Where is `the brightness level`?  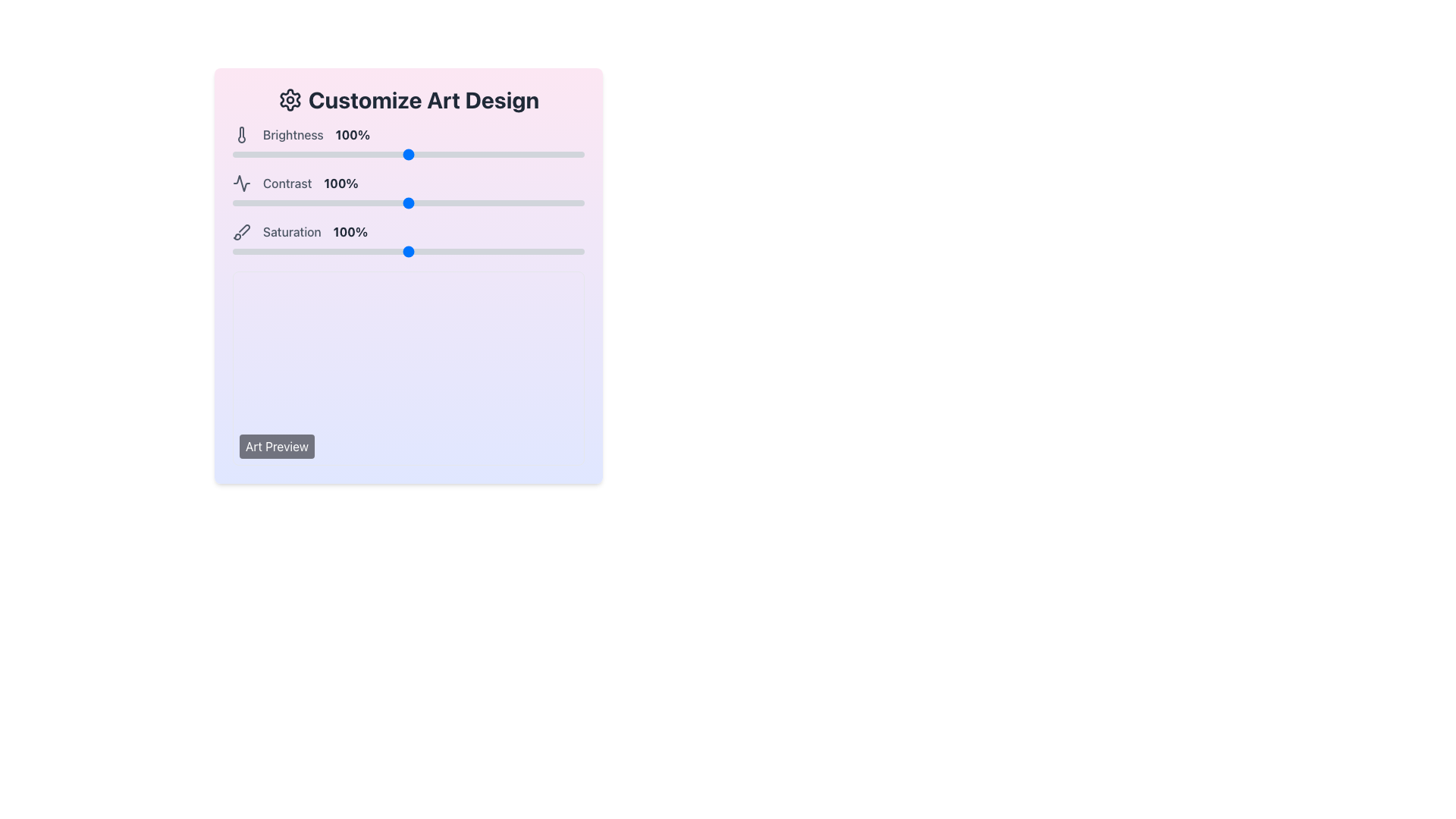
the brightness level is located at coordinates (439, 155).